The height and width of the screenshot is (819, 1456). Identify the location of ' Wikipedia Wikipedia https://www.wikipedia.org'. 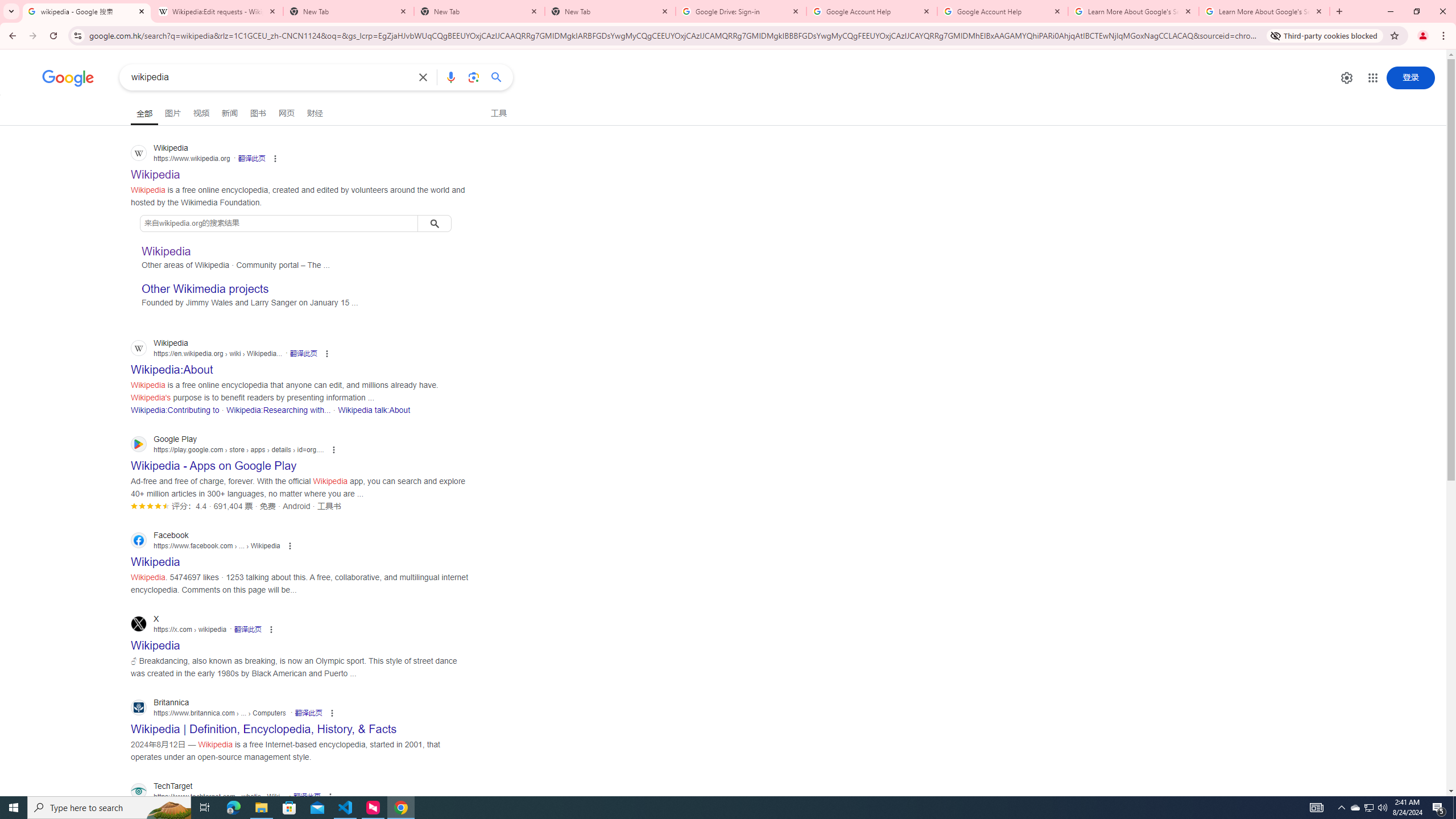
(155, 171).